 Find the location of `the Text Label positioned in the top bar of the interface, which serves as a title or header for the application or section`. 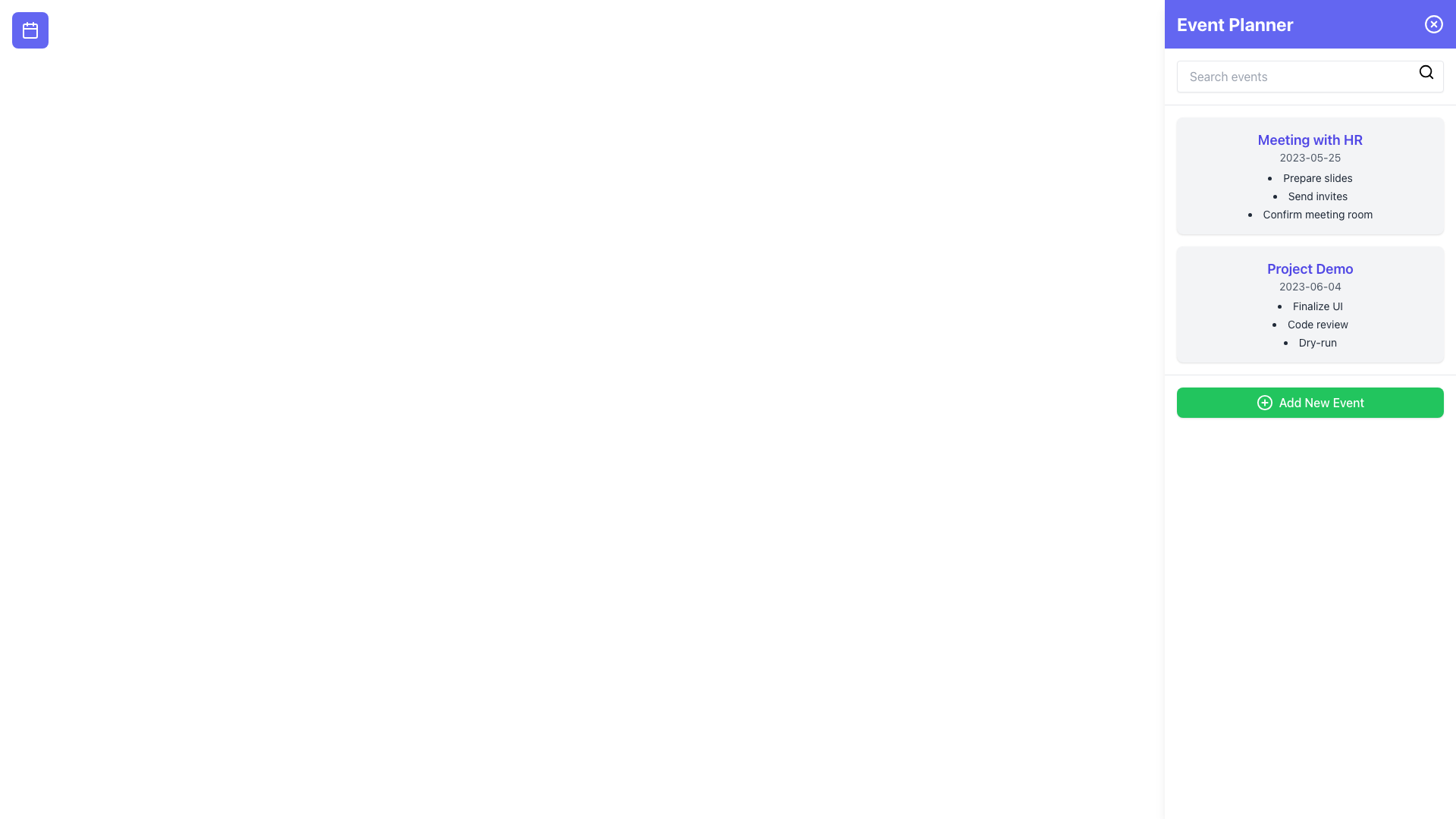

the Text Label positioned in the top bar of the interface, which serves as a title or header for the application or section is located at coordinates (1235, 24).